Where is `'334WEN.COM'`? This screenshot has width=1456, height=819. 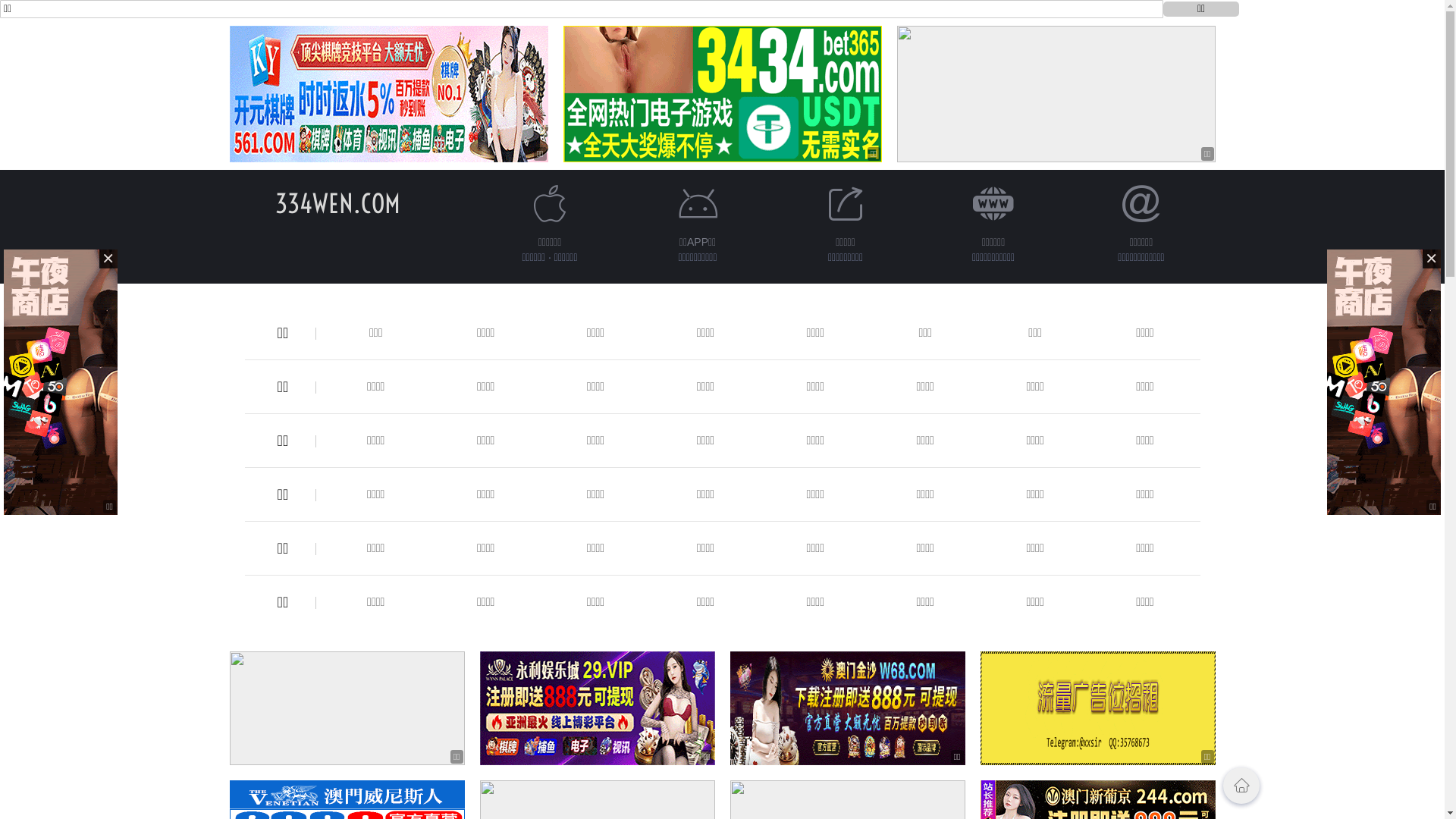 '334WEN.COM' is located at coordinates (337, 202).